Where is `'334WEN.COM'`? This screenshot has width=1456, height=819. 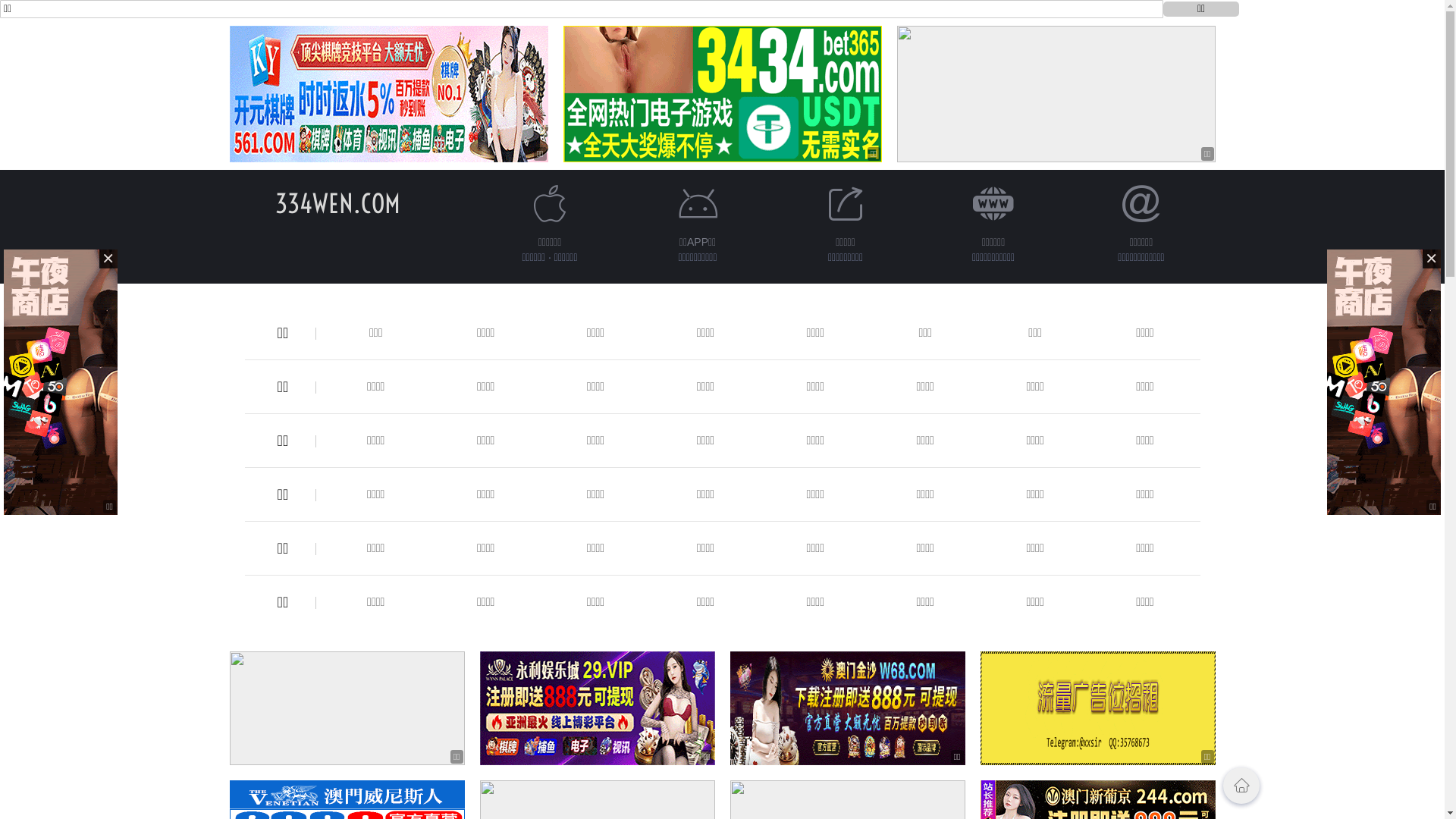 '334WEN.COM' is located at coordinates (337, 202).